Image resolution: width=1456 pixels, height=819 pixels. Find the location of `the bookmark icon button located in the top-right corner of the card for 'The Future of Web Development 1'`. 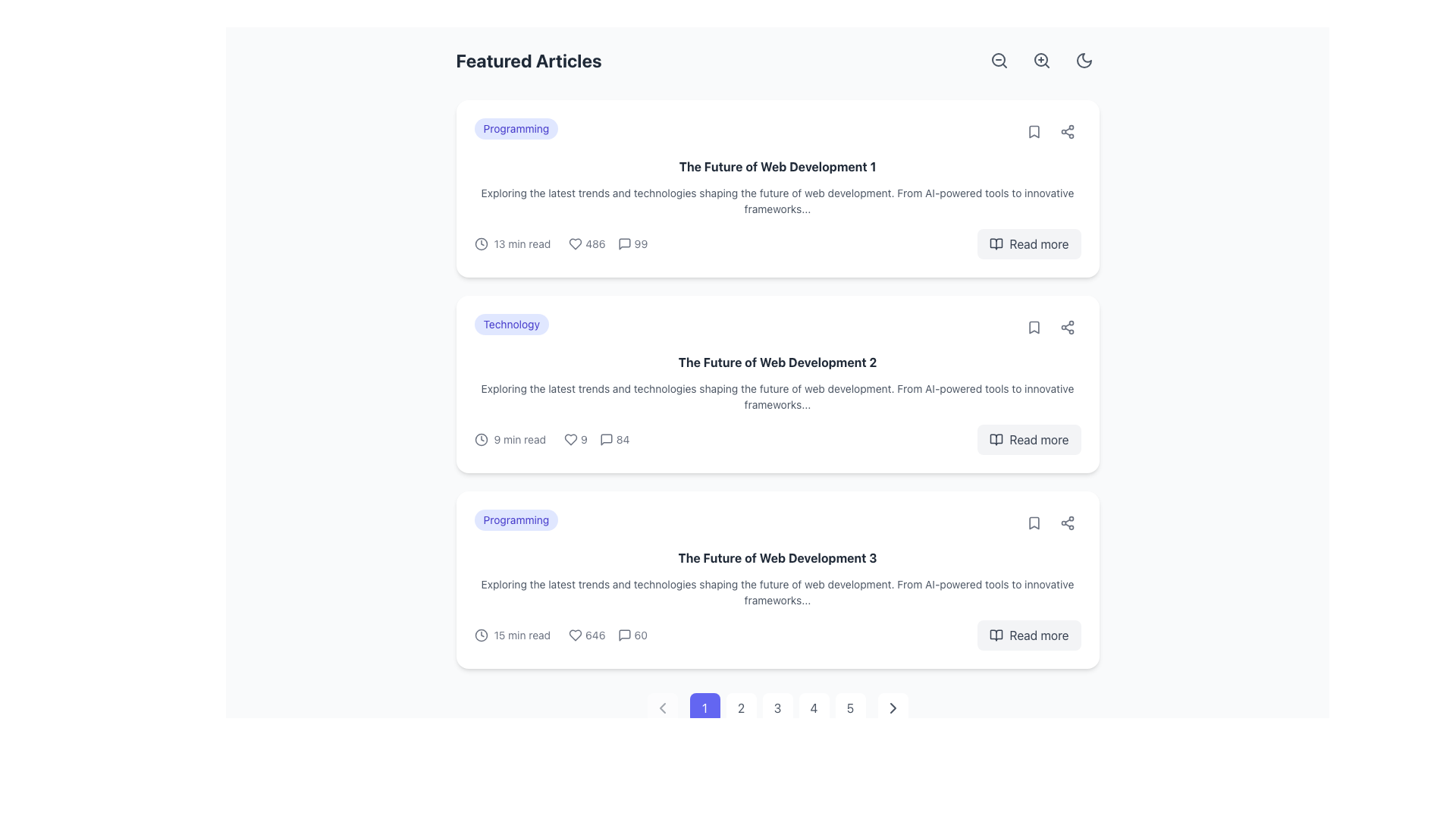

the bookmark icon button located in the top-right corner of the card for 'The Future of Web Development 1' is located at coordinates (1033, 130).